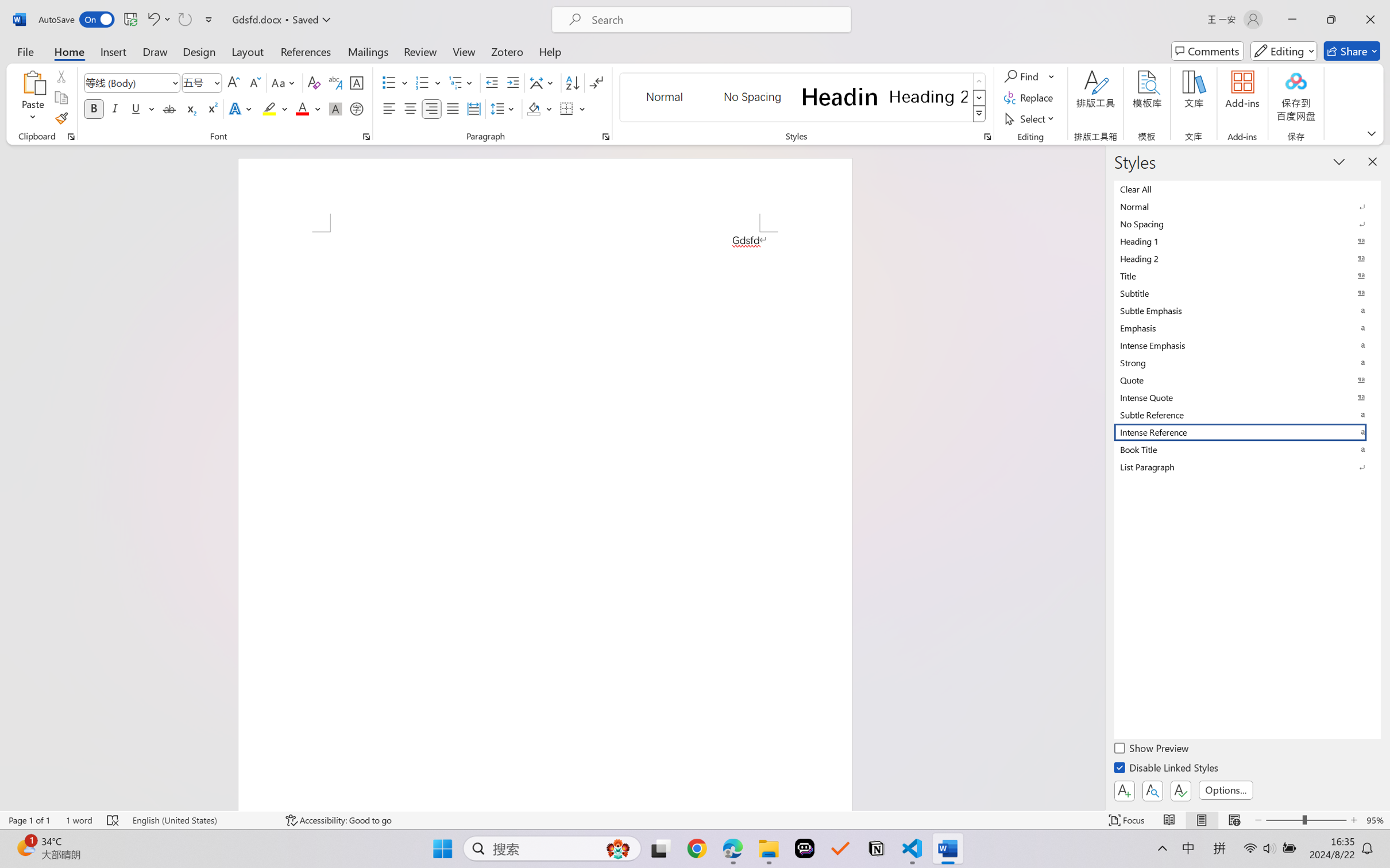  Describe the element at coordinates (70, 136) in the screenshot. I see `'Office Clipboard...'` at that location.